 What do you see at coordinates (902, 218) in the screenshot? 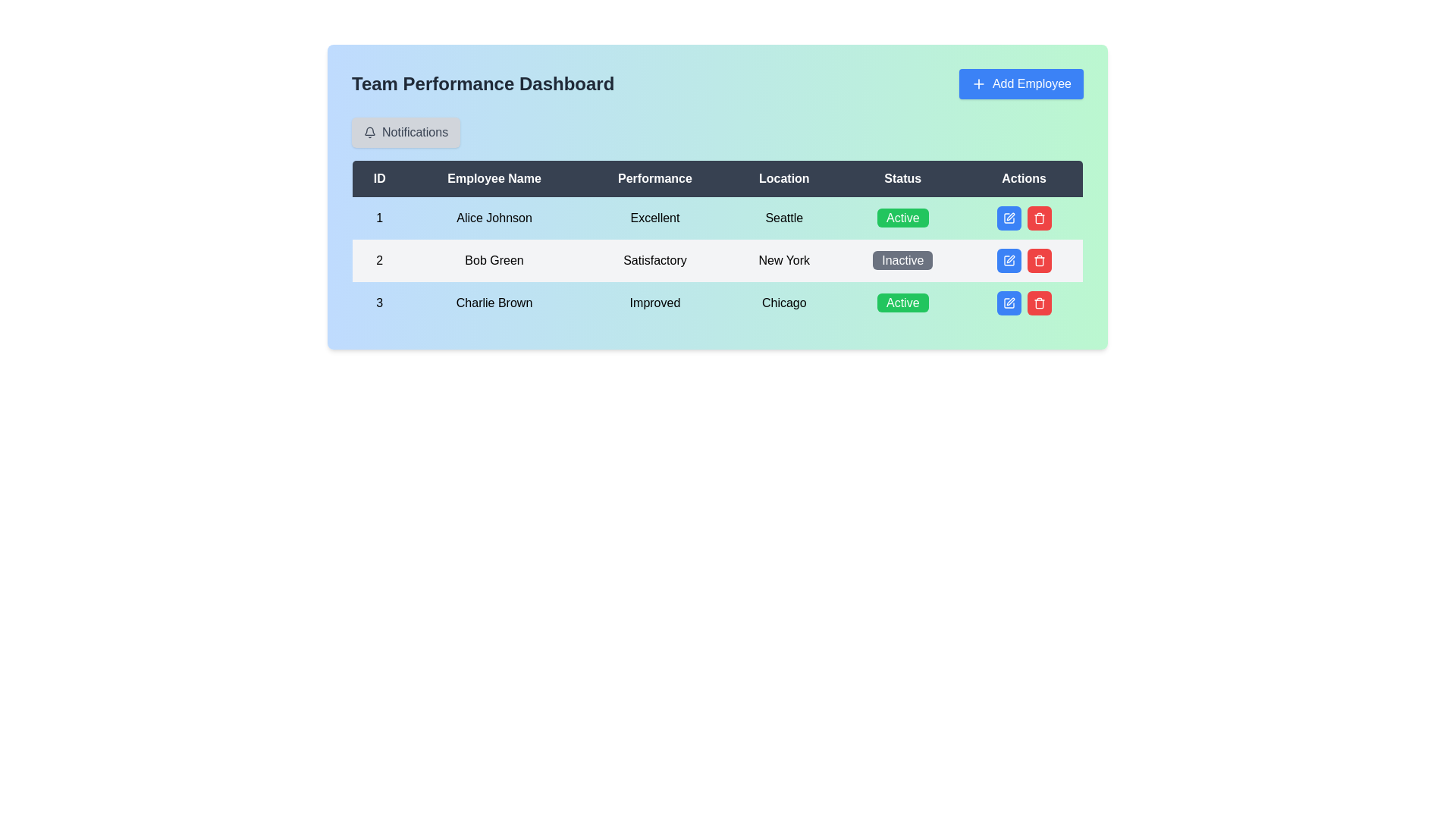
I see `the Status Indicator with a green background and the text 'Active' in white font, located in the 'Status' column of the first row in the table` at bounding box center [902, 218].